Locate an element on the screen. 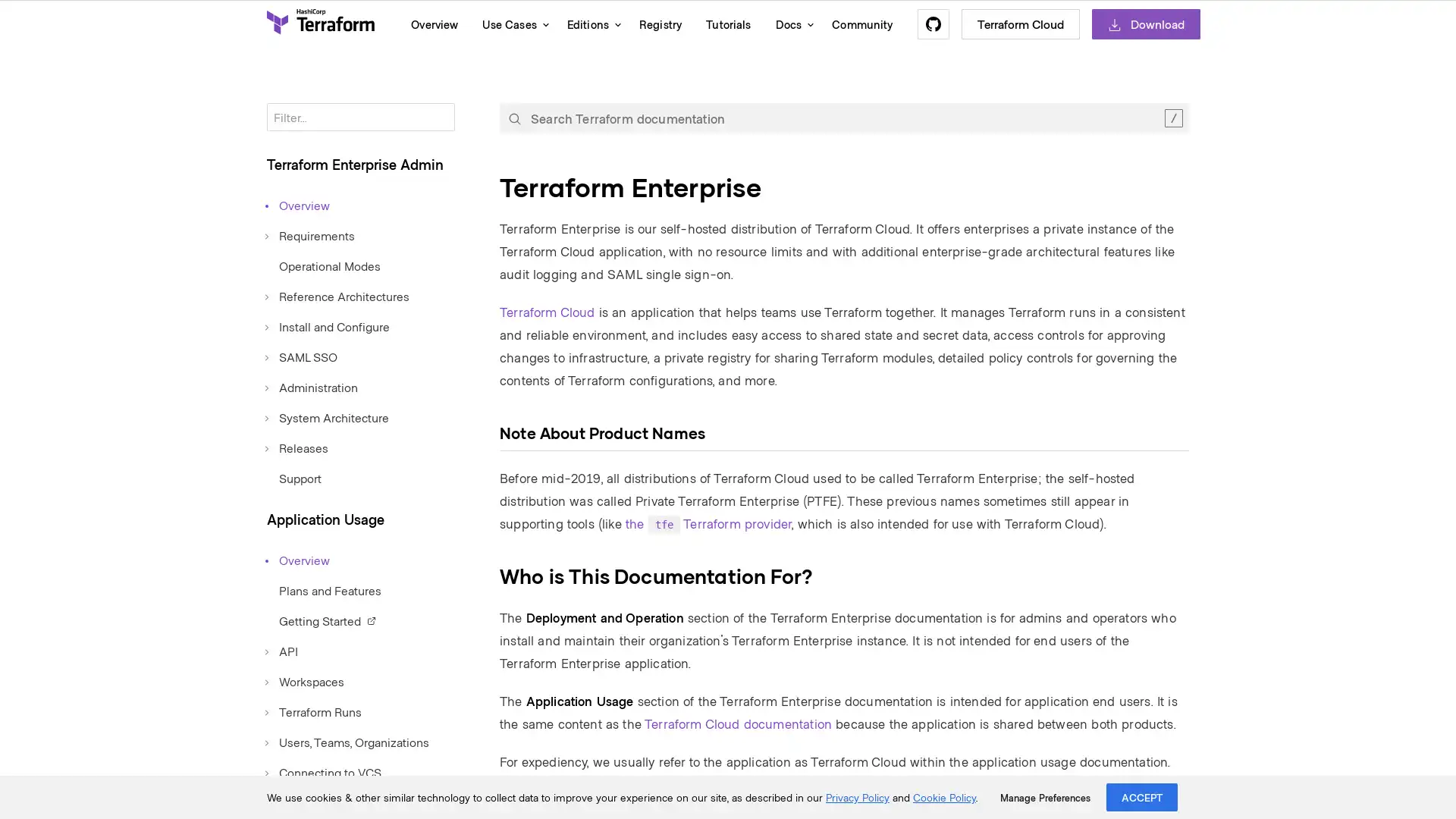 The height and width of the screenshot is (819, 1456). Releases is located at coordinates (297, 447).